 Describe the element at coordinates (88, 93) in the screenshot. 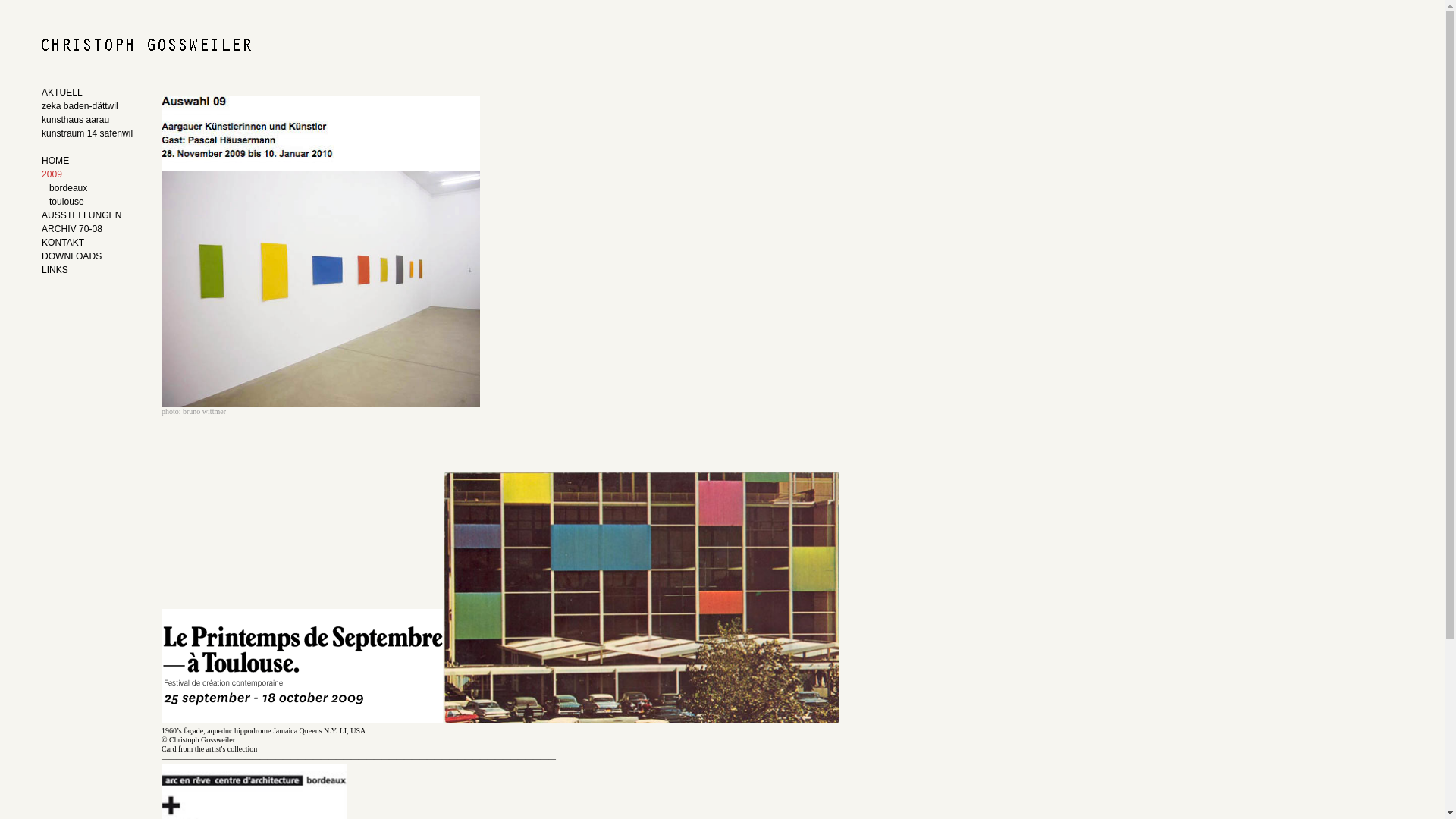

I see `'AKTUELL'` at that location.